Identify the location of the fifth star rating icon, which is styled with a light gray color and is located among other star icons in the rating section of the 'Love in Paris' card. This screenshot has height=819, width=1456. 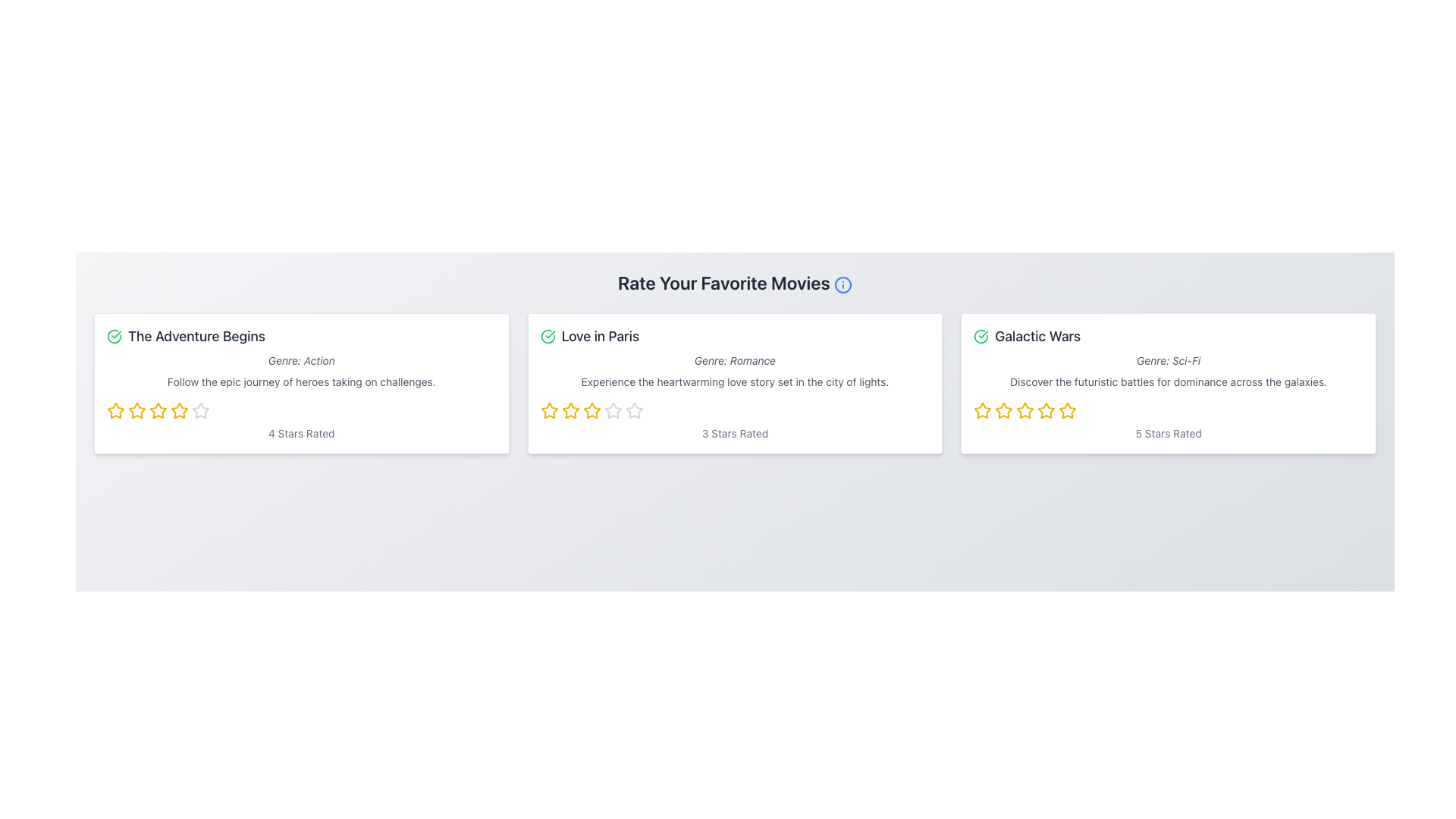
(634, 411).